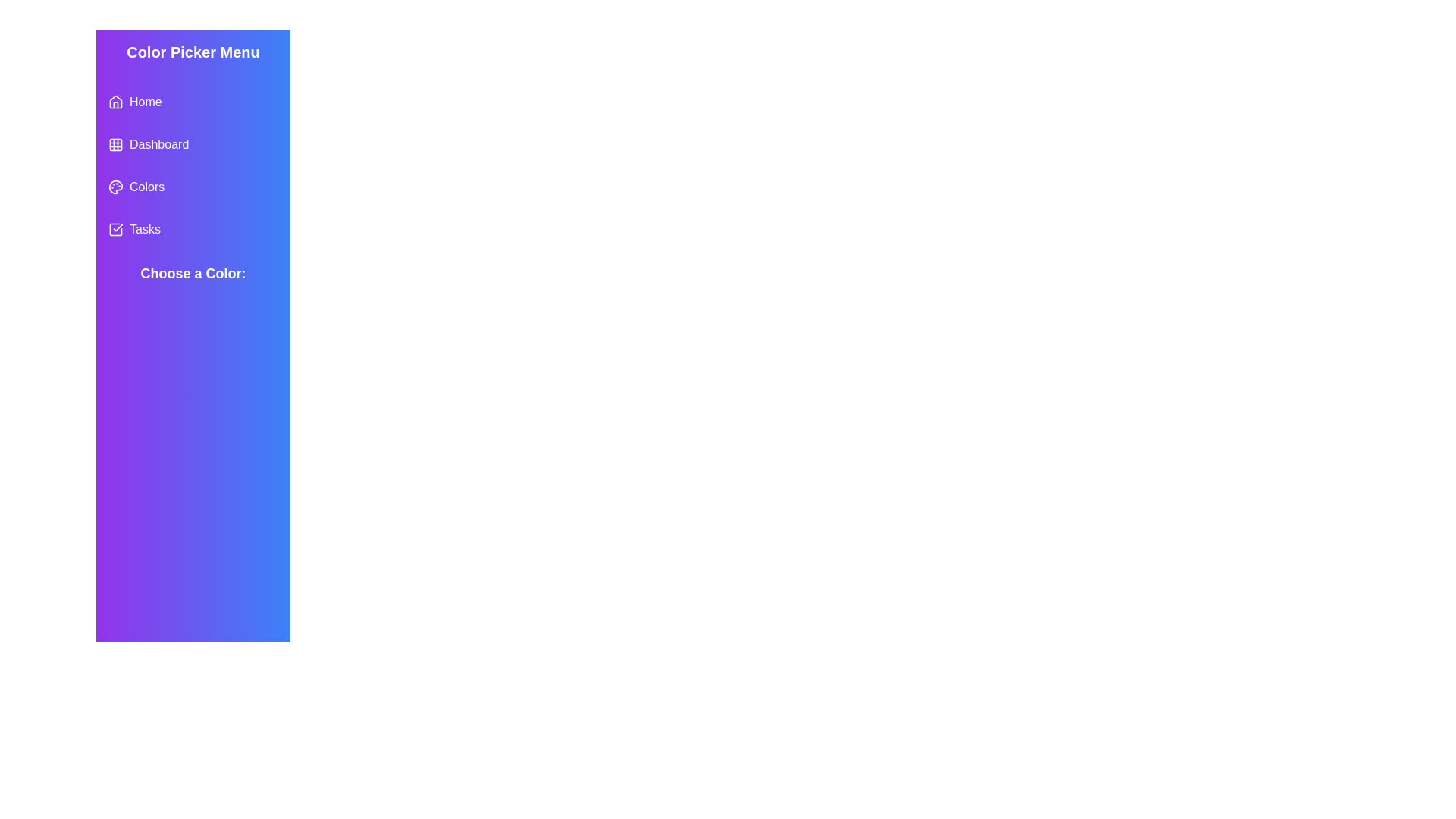  I want to click on the house icon in the sidebar menu, so click(115, 102).